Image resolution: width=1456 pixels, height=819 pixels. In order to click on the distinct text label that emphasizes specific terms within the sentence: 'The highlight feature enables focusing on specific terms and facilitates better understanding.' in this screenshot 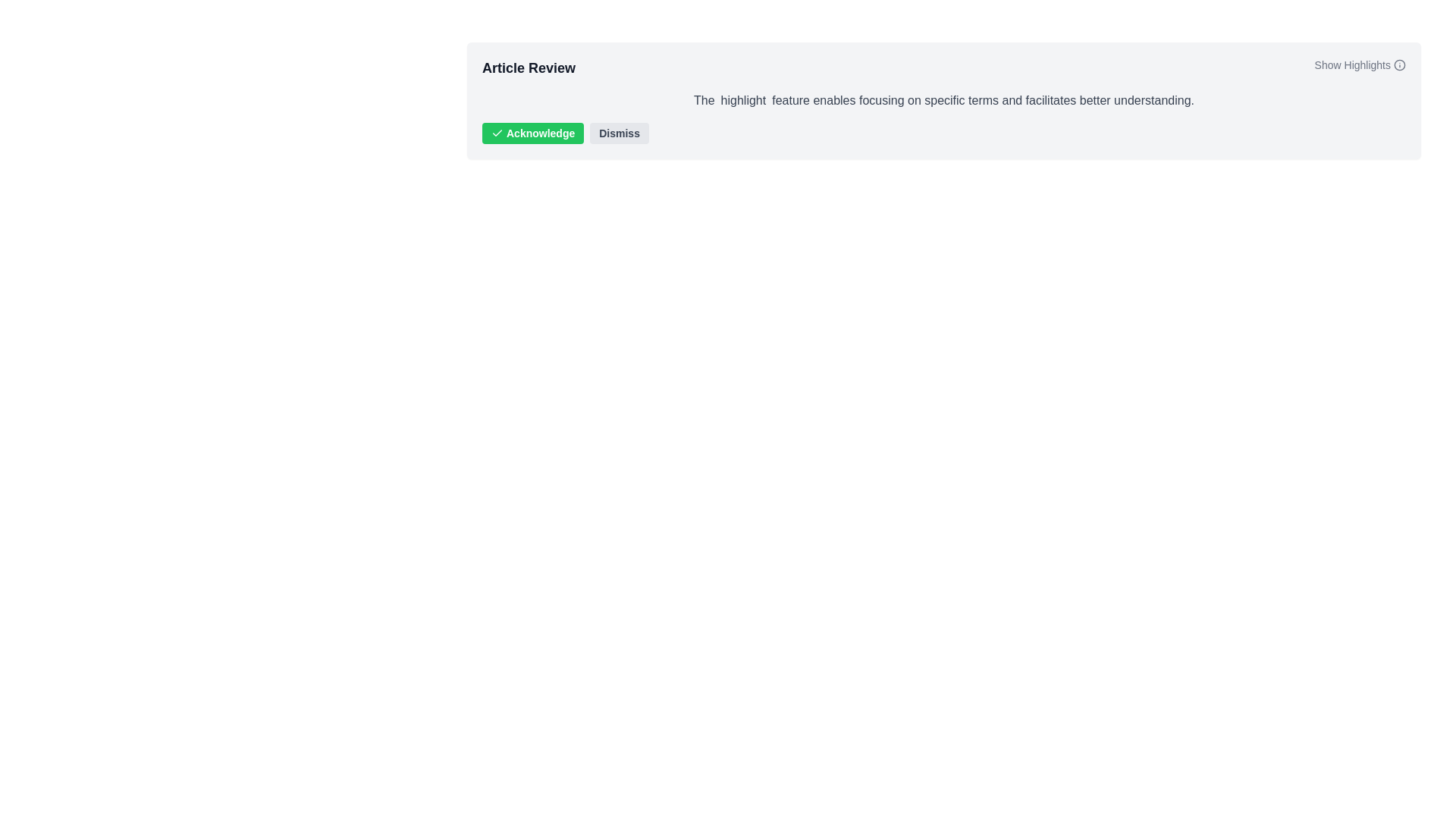, I will do `click(743, 100)`.